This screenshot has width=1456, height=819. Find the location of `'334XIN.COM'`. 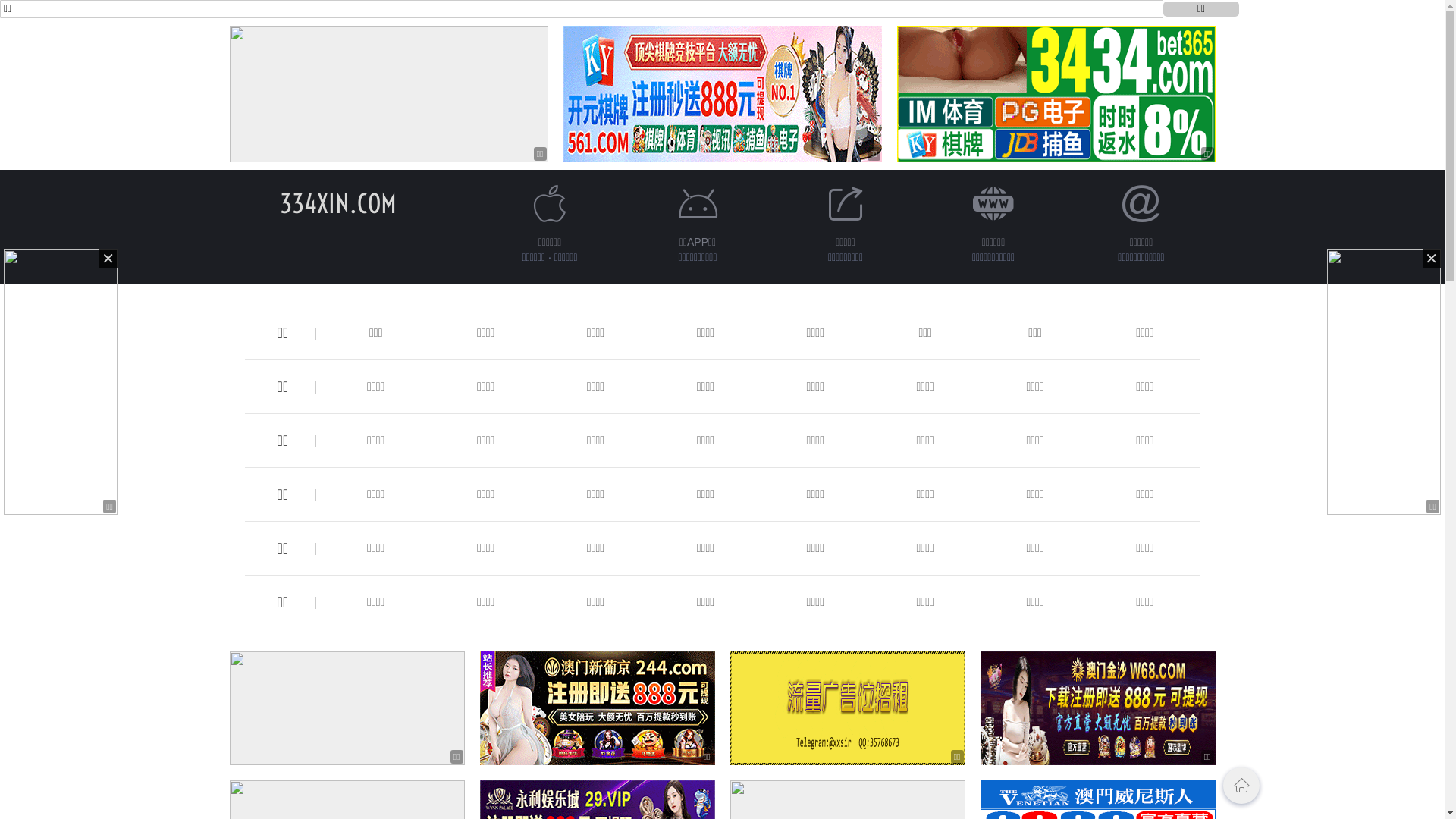

'334XIN.COM' is located at coordinates (337, 202).